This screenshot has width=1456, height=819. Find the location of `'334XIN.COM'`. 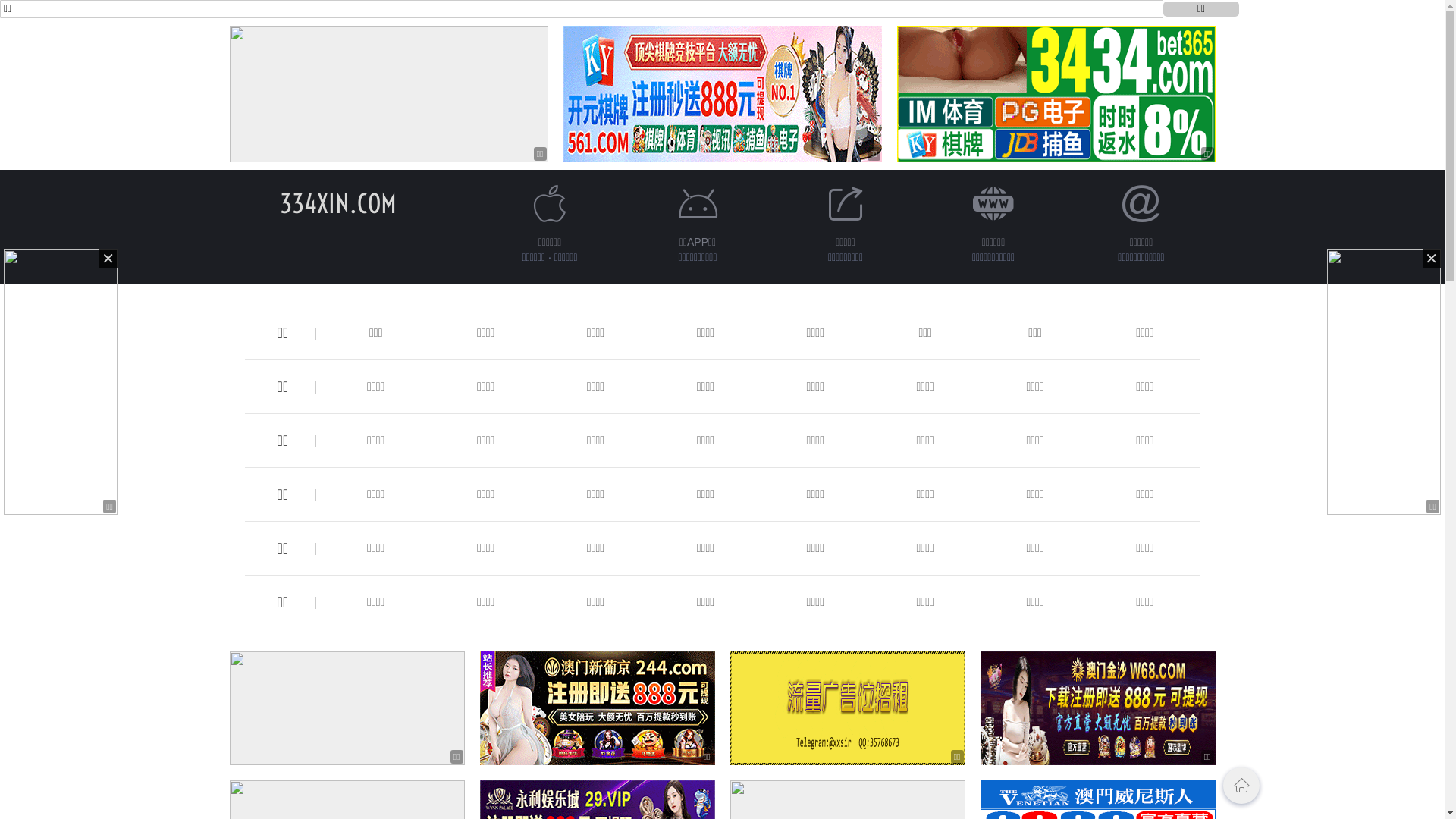

'334XIN.COM' is located at coordinates (337, 202).